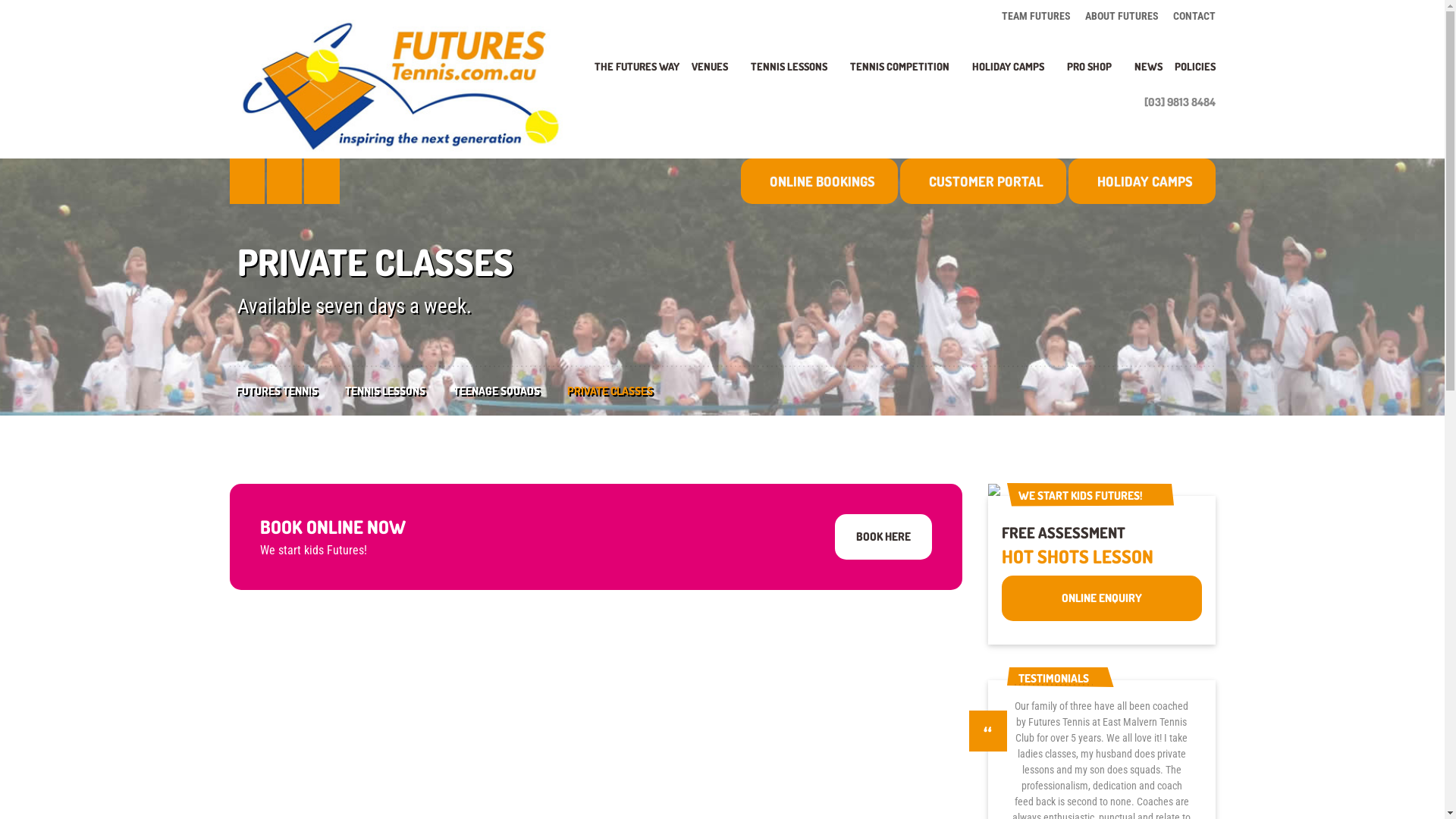 The width and height of the screenshot is (1456, 819). Describe the element at coordinates (290, 390) in the screenshot. I see `'FUTURES TENNIS'` at that location.